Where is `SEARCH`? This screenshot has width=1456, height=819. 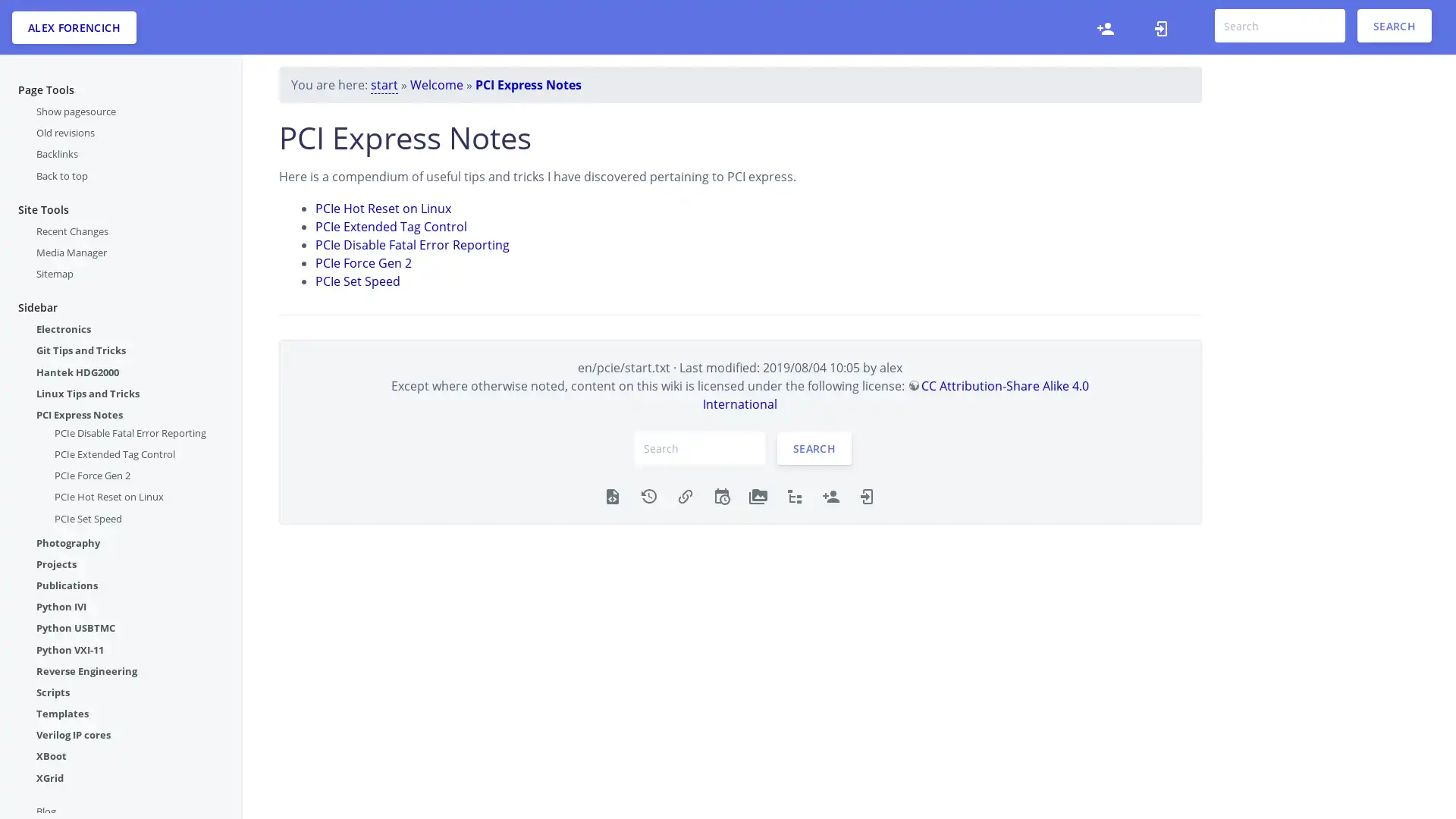 SEARCH is located at coordinates (1394, 26).